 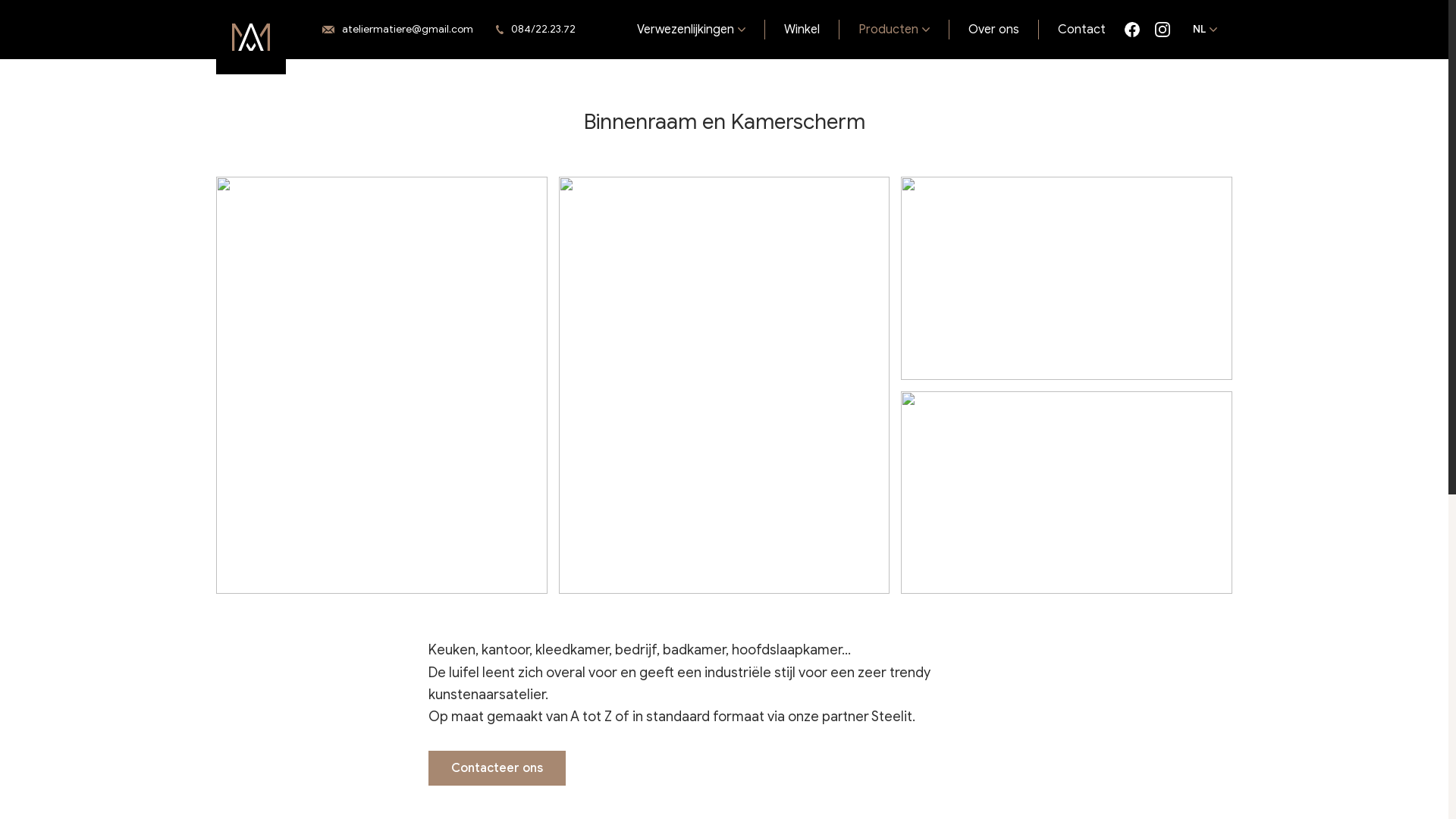 I want to click on 'Contact', so click(x=1081, y=29).